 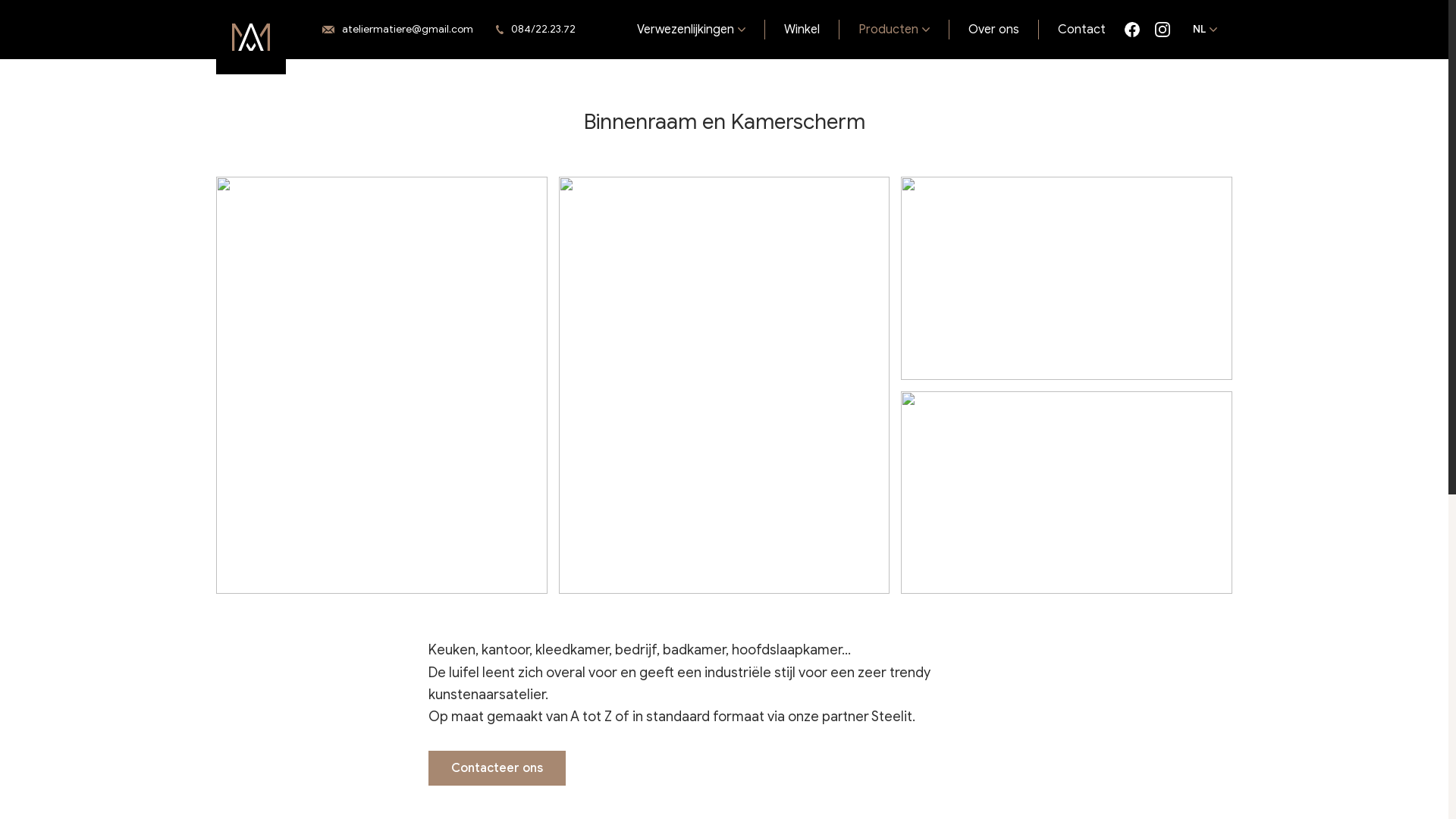 I want to click on 'Contact', so click(x=1081, y=29).